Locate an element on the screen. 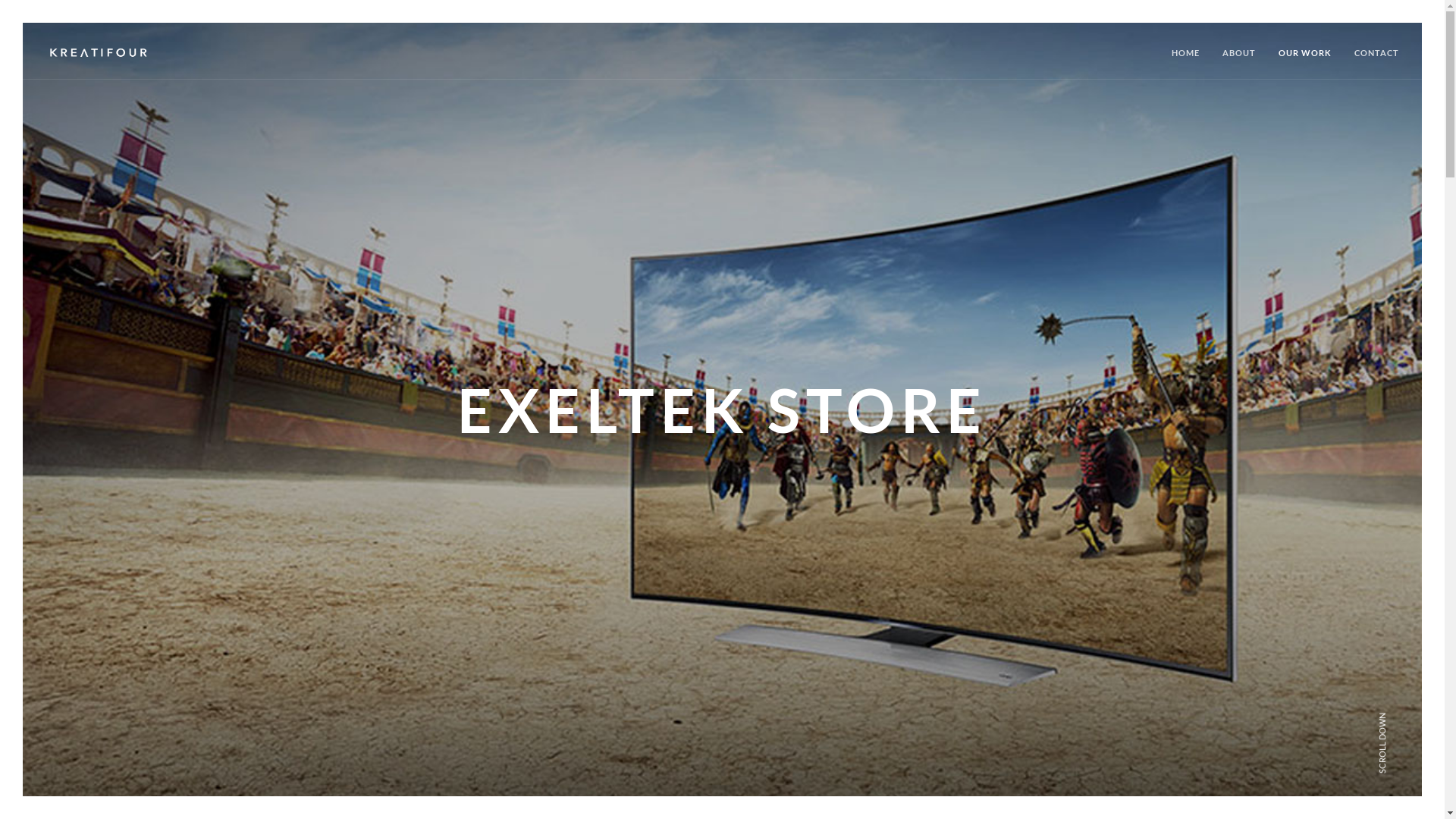  'ABOUT' is located at coordinates (1238, 61).